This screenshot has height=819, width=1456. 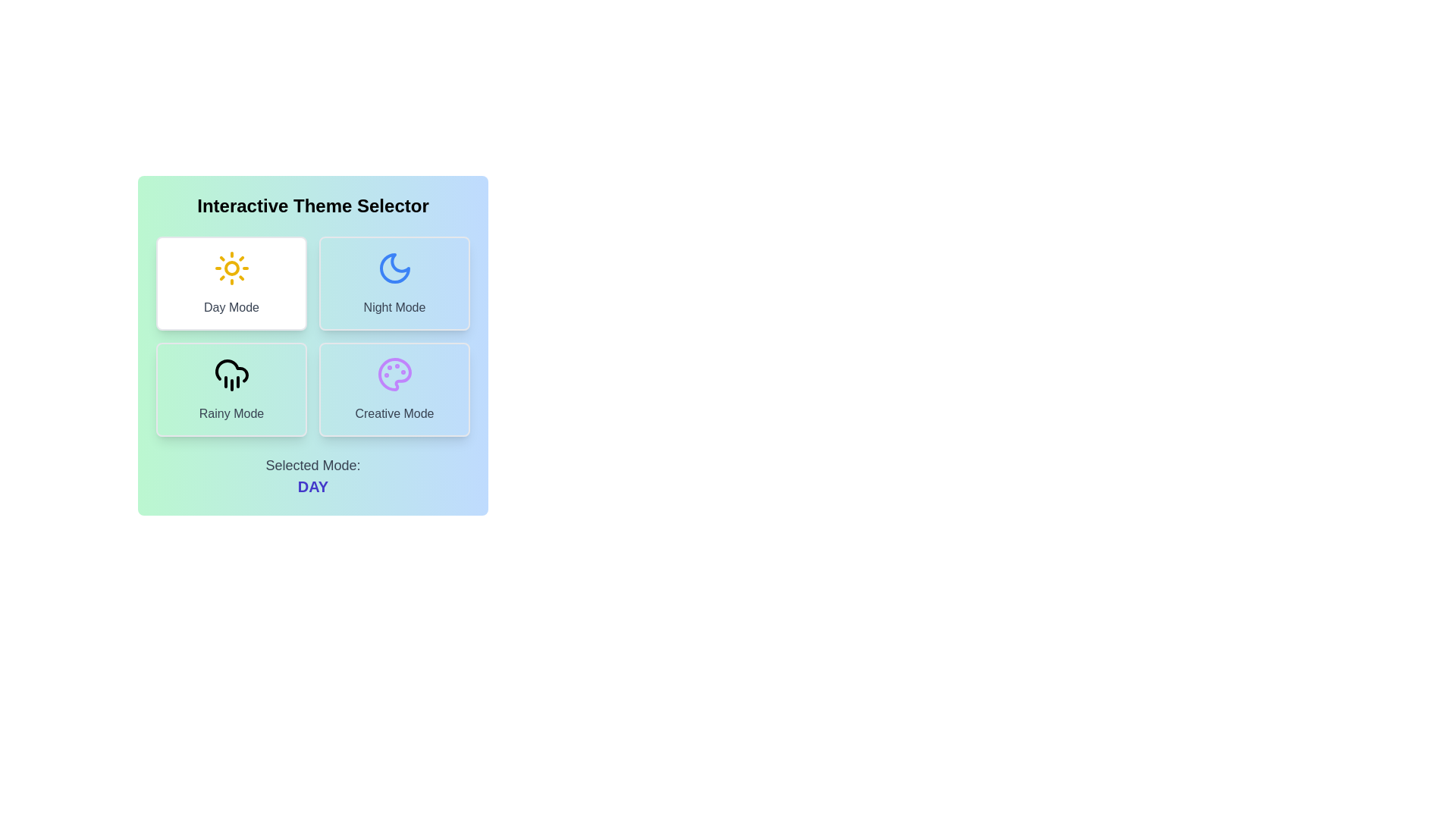 I want to click on the theme Day Mode by clicking its corresponding button, so click(x=231, y=284).